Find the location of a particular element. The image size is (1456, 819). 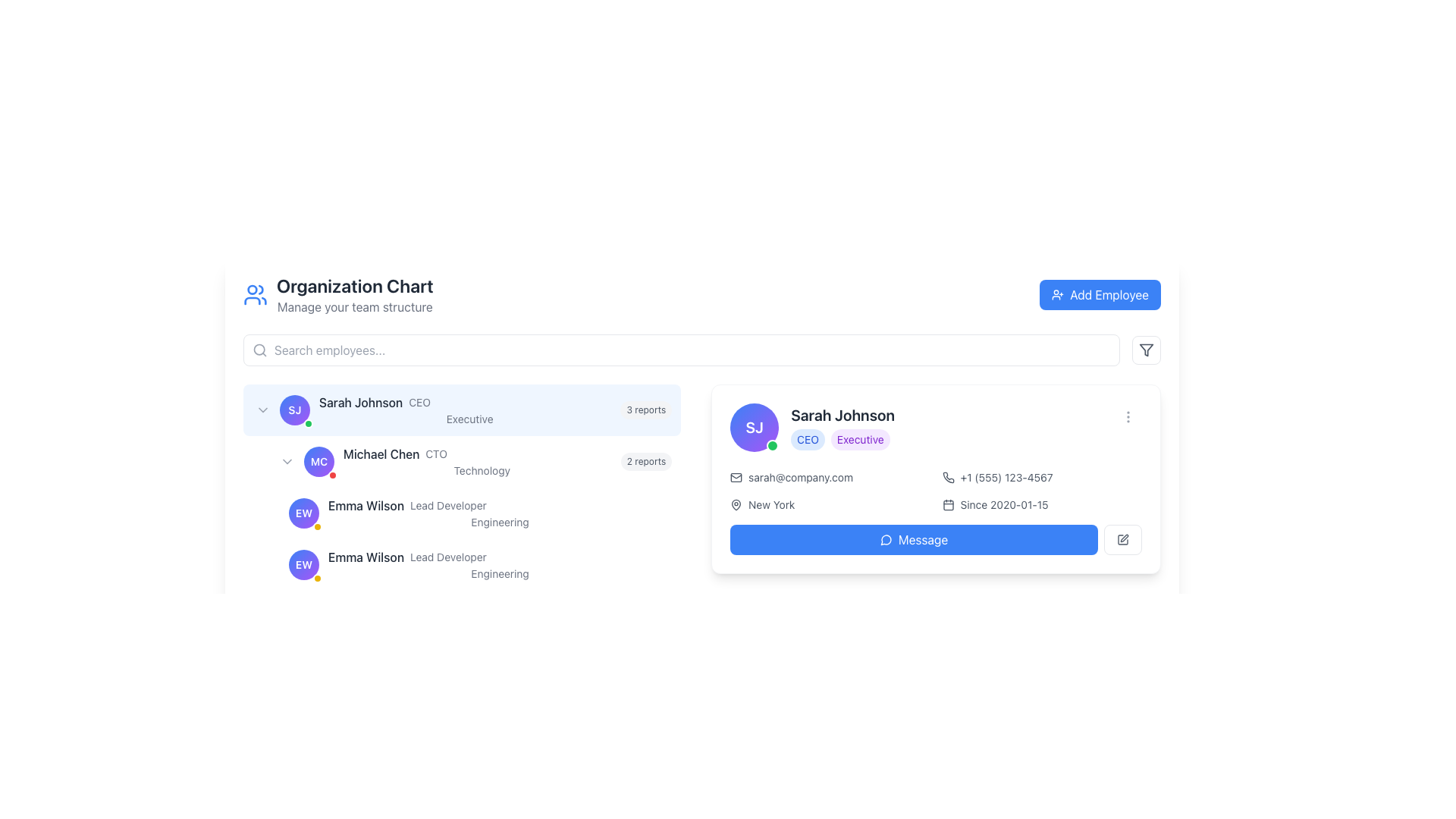

text from the Text and Icon Group that features a blue icon of stylized users and the bold text 'Organization Chart' with the subtitle 'Manage your team structure' is located at coordinates (337, 295).